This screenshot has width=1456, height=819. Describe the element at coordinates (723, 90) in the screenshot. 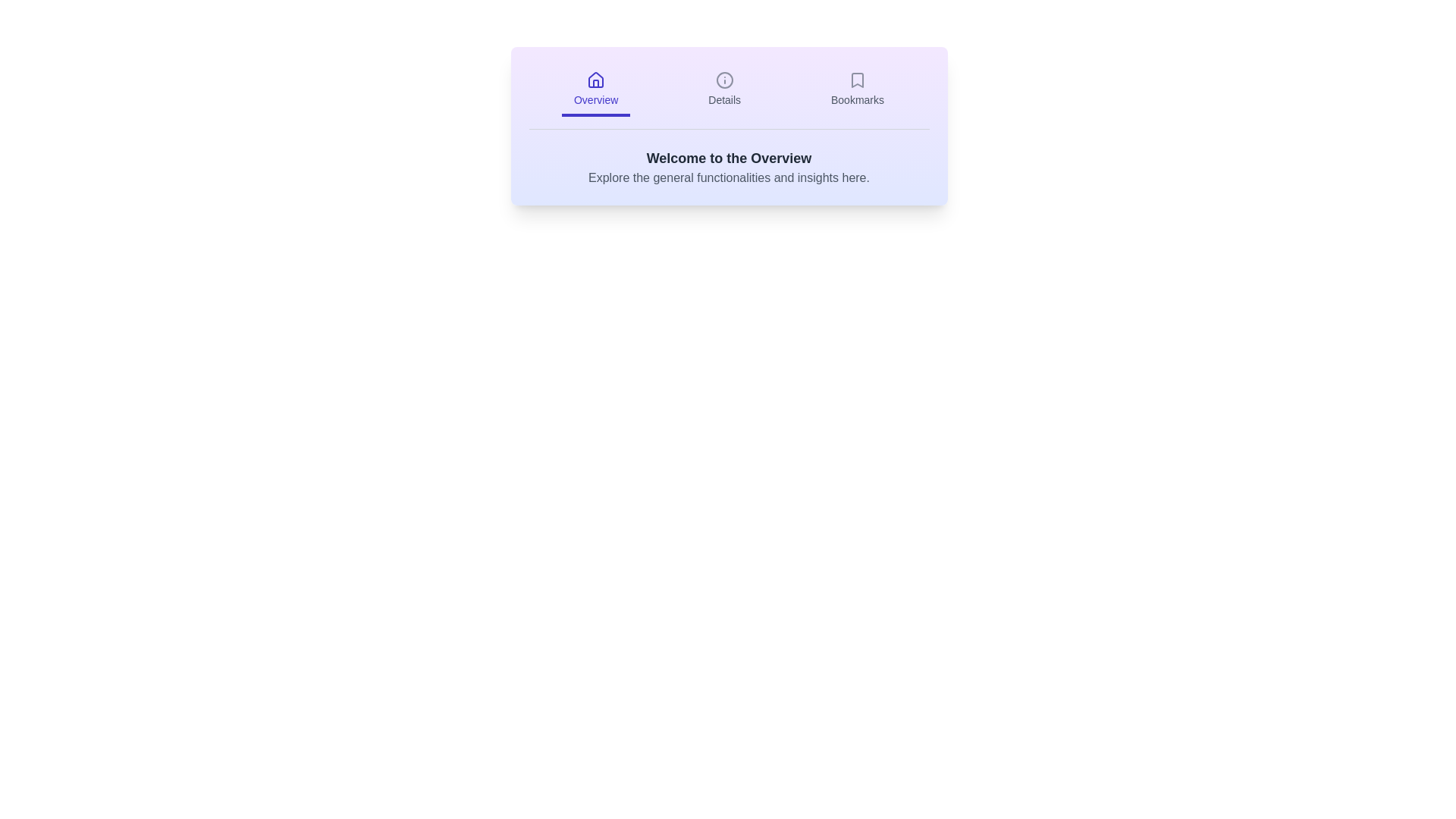

I see `the middle button in the navigation group` at that location.